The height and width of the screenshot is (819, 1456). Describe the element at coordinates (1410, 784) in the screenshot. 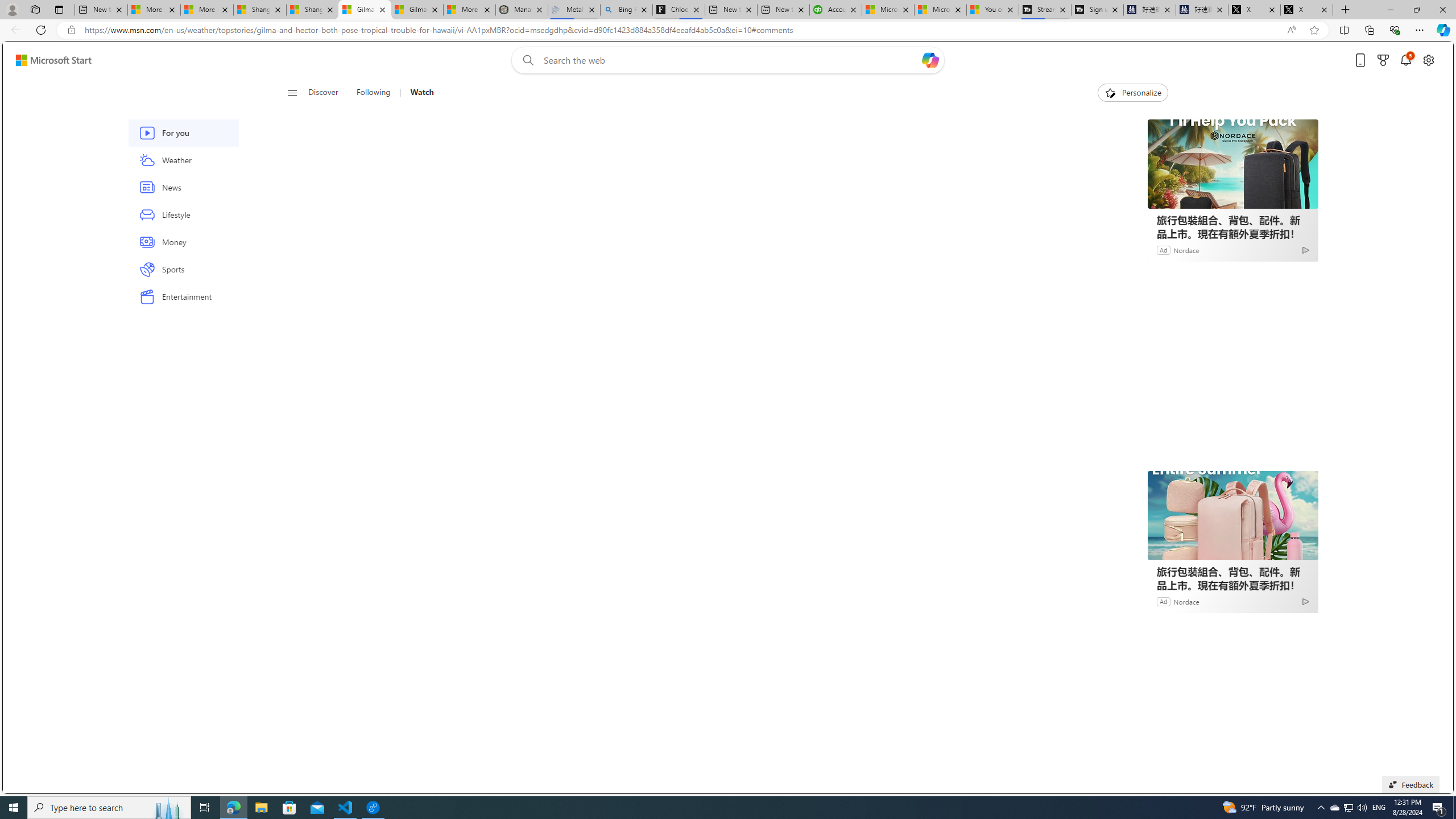

I see `'Feedback'` at that location.